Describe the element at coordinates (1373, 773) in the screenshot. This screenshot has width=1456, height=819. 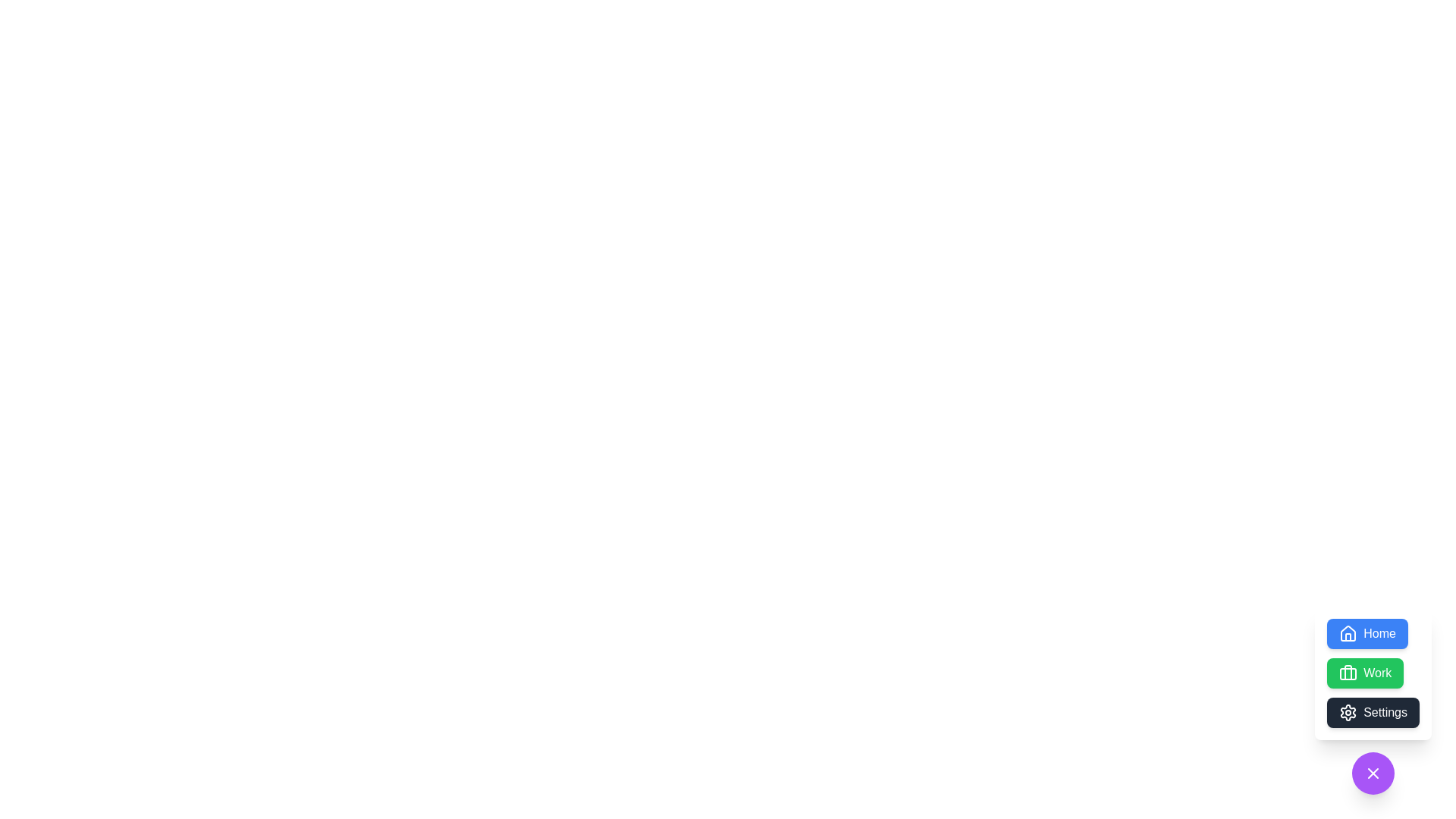
I see `the 'X' shaped icon with a purple background located at the bottom-right corner of the interface` at that location.